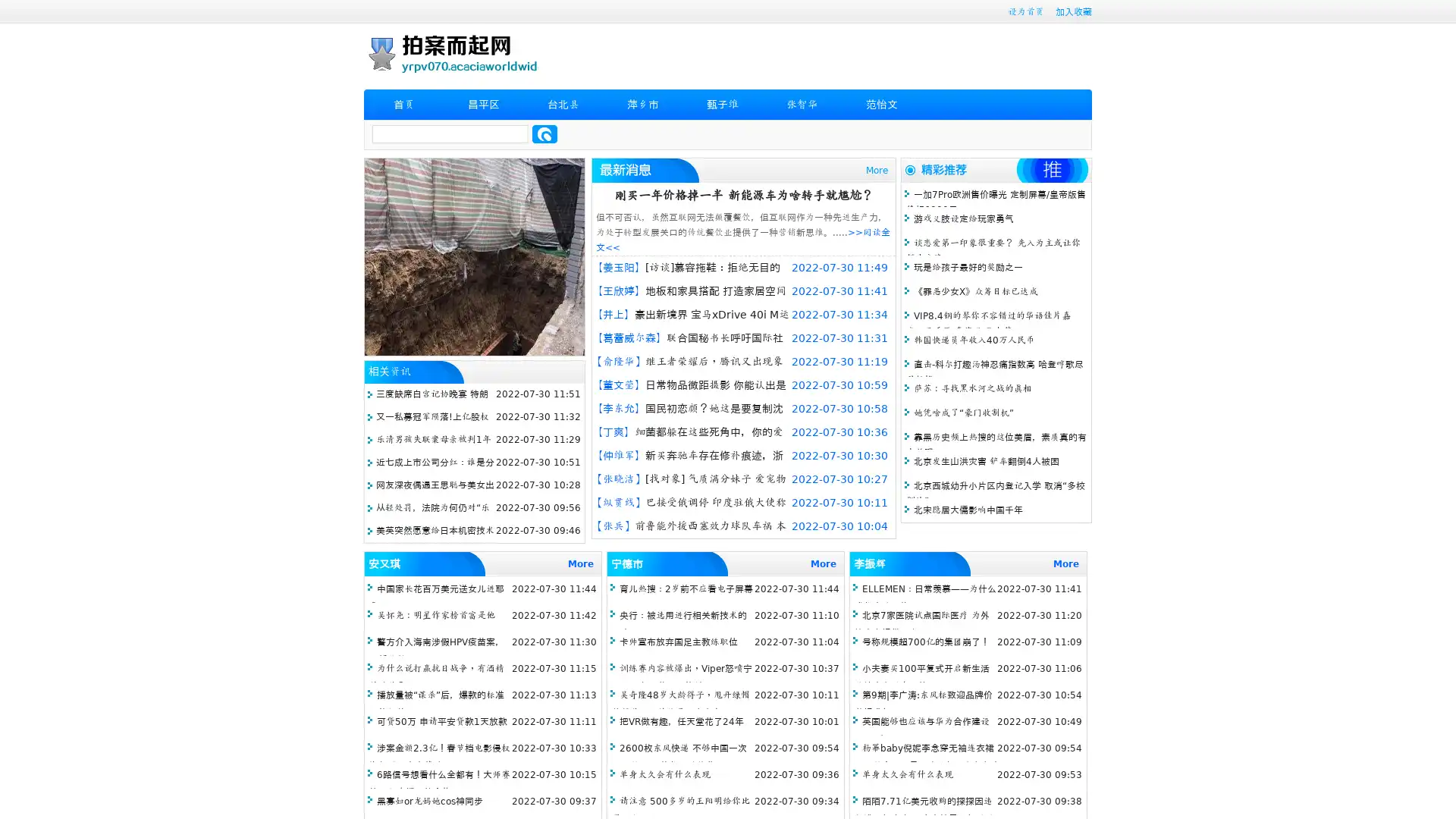 Image resolution: width=1456 pixels, height=819 pixels. Describe the element at coordinates (544, 133) in the screenshot. I see `Search` at that location.